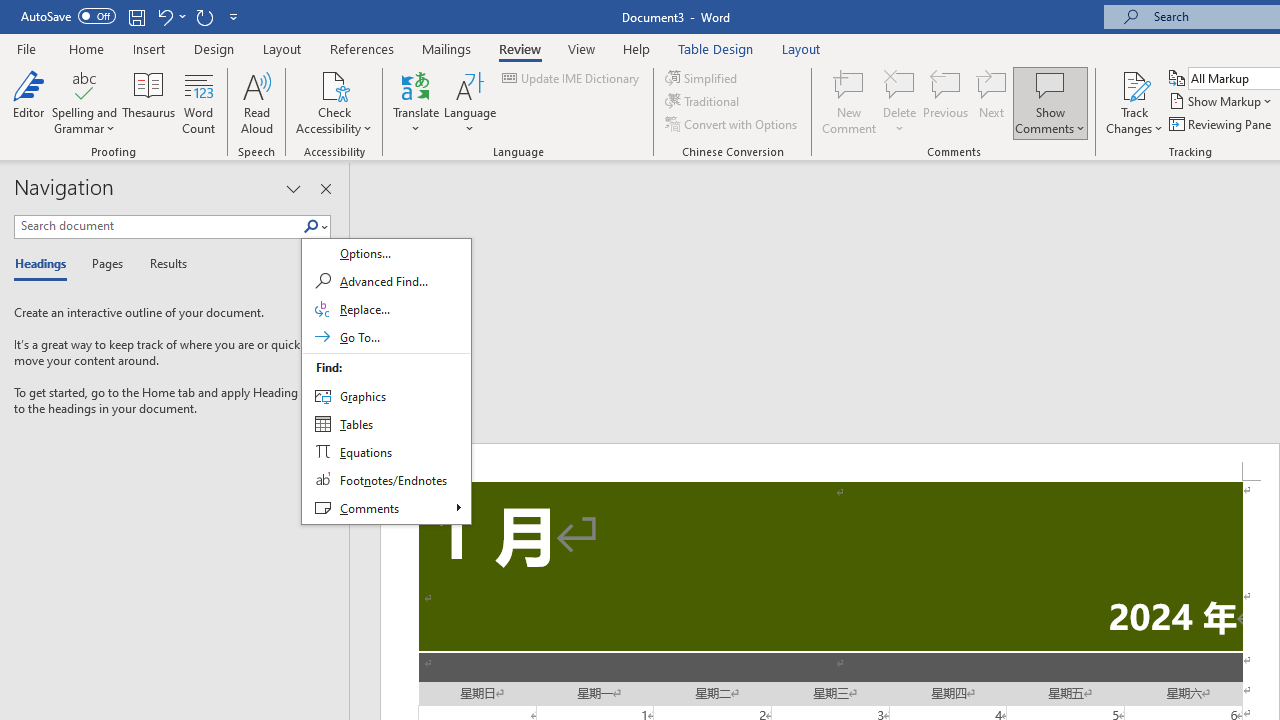 The image size is (1280, 720). I want to click on 'Spelling and Grammar', so click(84, 103).